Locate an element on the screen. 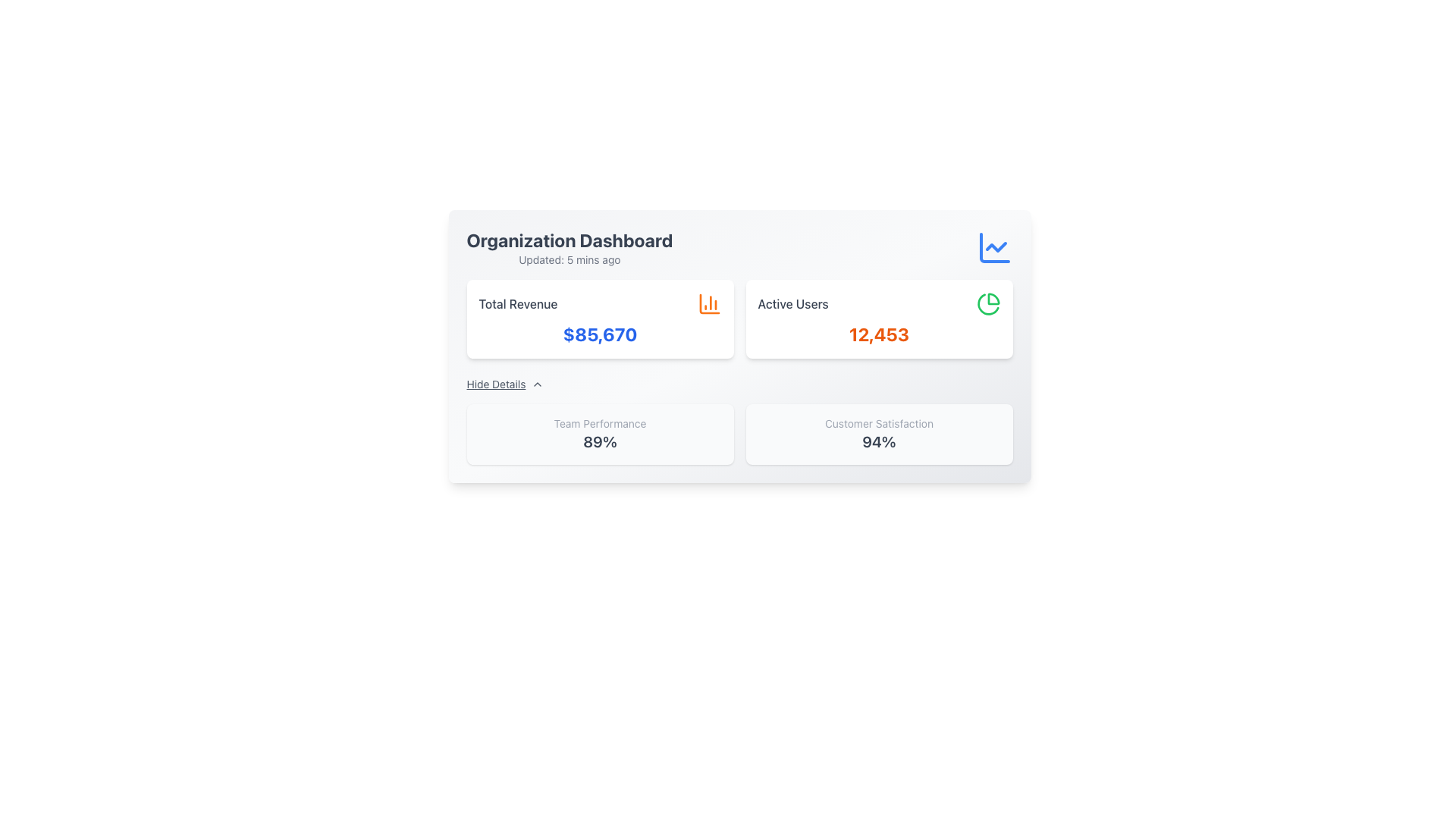 The image size is (1456, 819). the small, stylized blue chart line icon with a zigzag pattern, located in the top-right corner of the dashboard interface is located at coordinates (996, 246).